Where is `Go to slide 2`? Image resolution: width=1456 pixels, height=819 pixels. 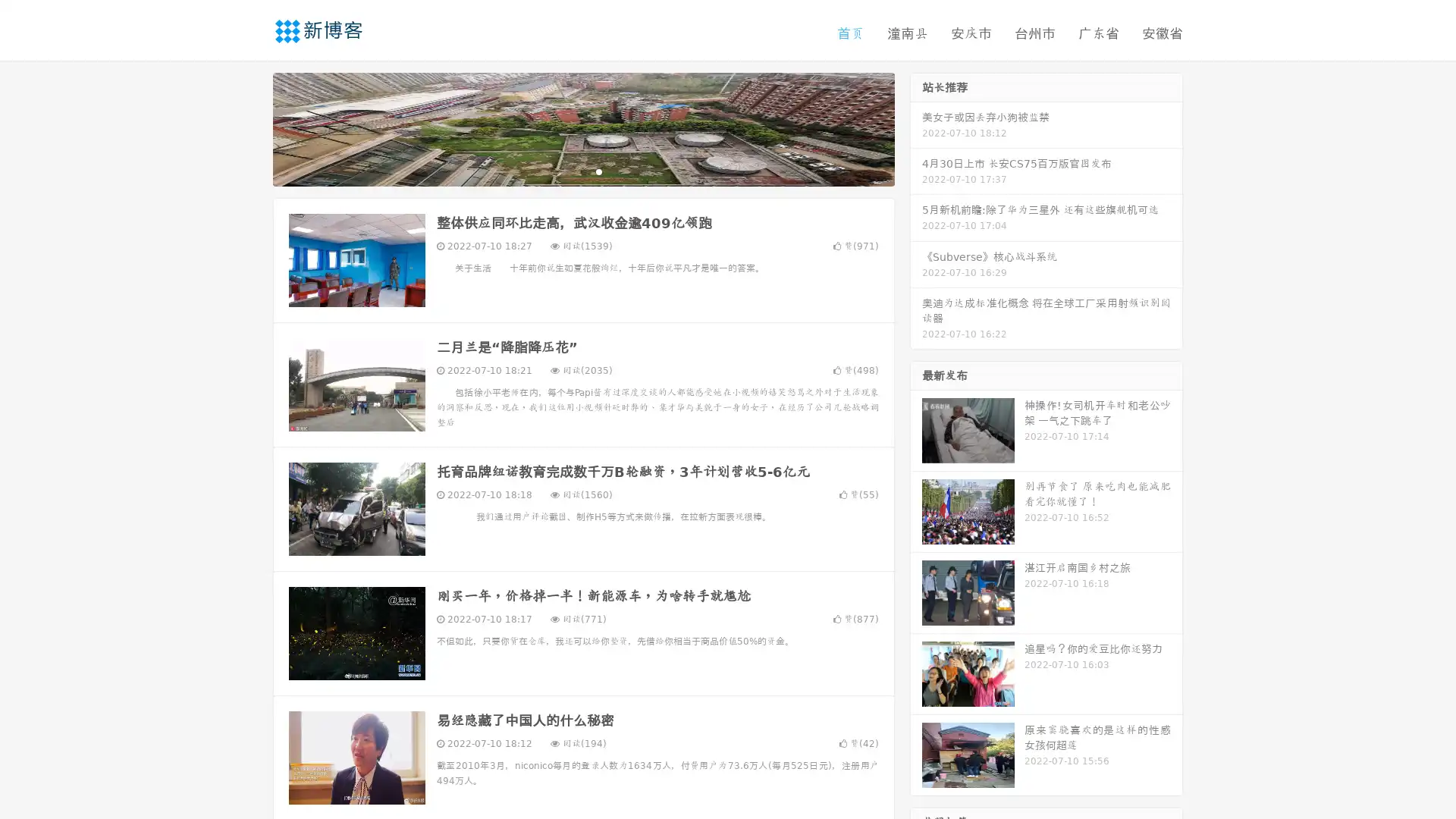
Go to slide 2 is located at coordinates (582, 171).